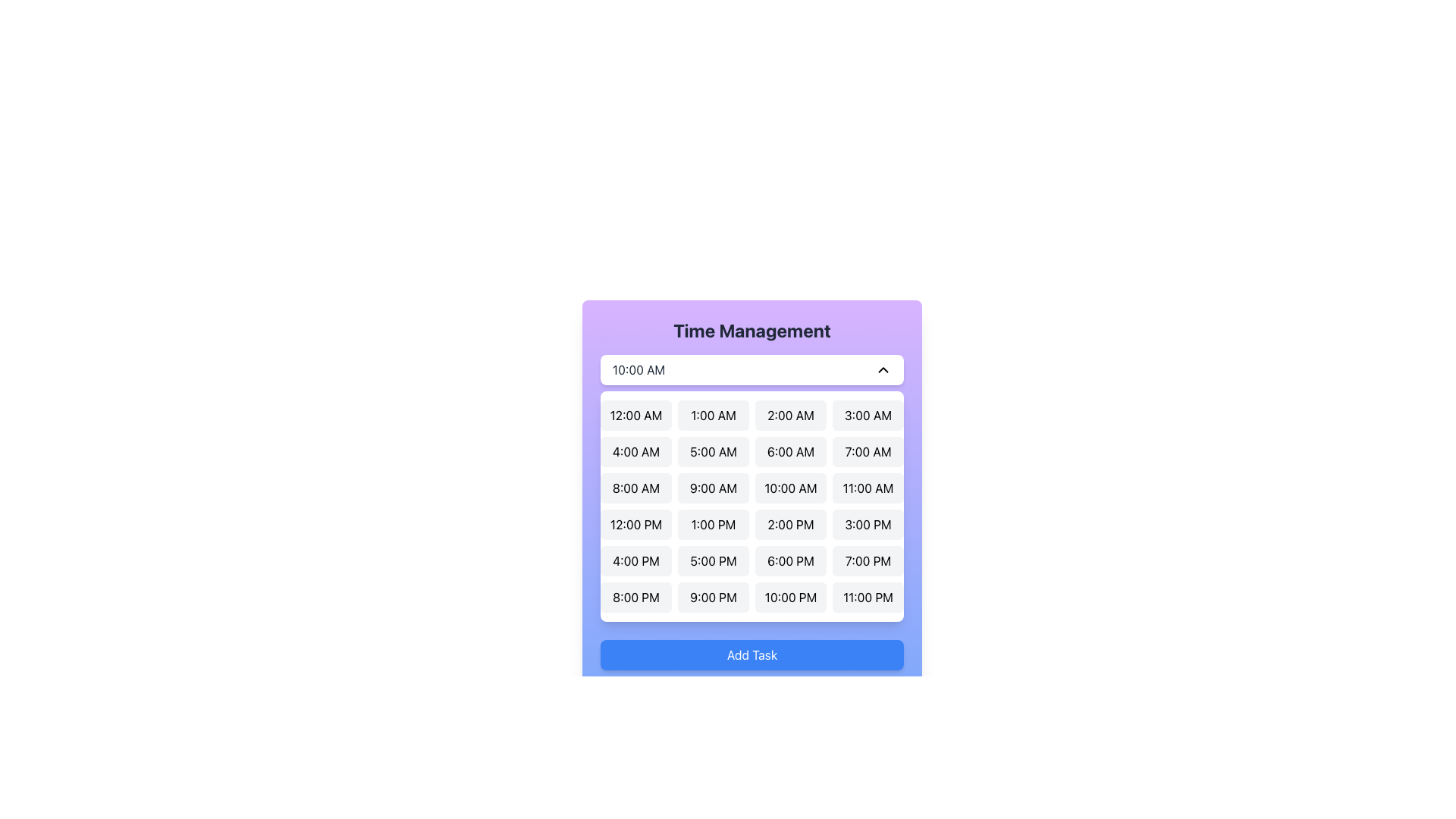 Image resolution: width=1456 pixels, height=819 pixels. What do you see at coordinates (636, 415) in the screenshot?
I see `the top-left time selection button labeled '12:00 AM' in the grid layout of the Time Management popover` at bounding box center [636, 415].